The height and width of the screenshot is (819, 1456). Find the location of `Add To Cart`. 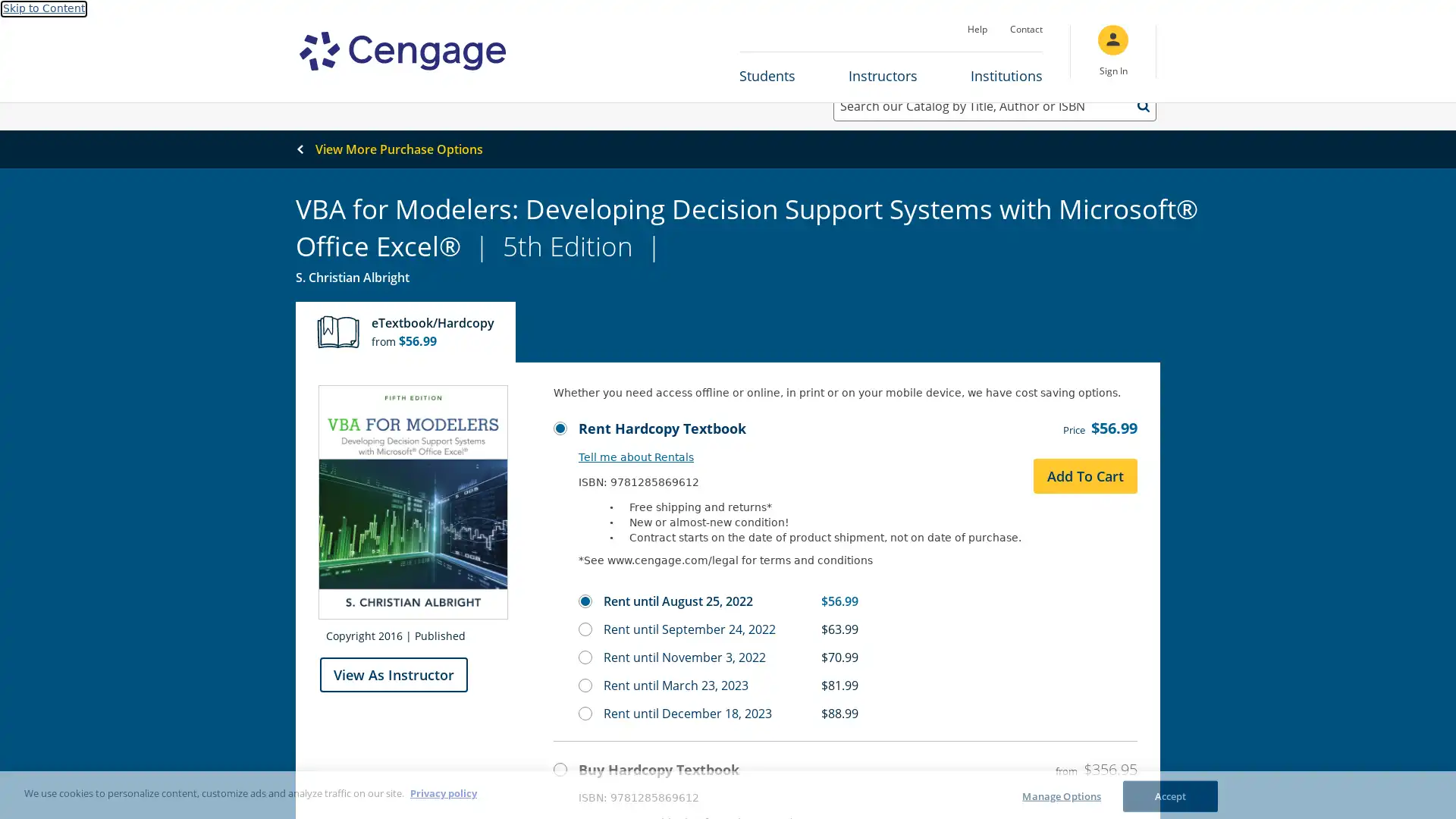

Add To Cart is located at coordinates (1084, 488).